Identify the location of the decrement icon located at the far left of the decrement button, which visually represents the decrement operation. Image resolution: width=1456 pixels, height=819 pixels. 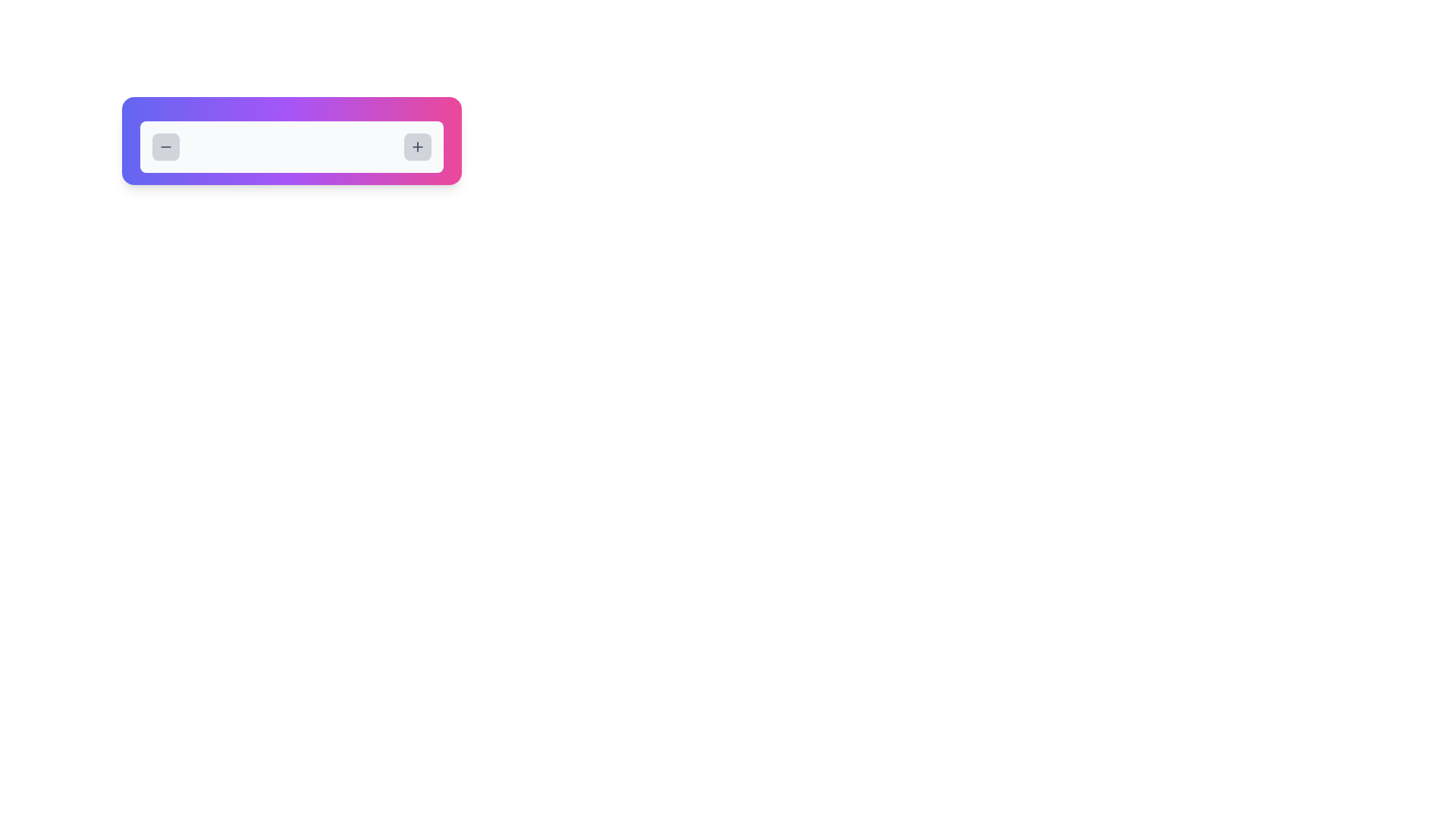
(166, 146).